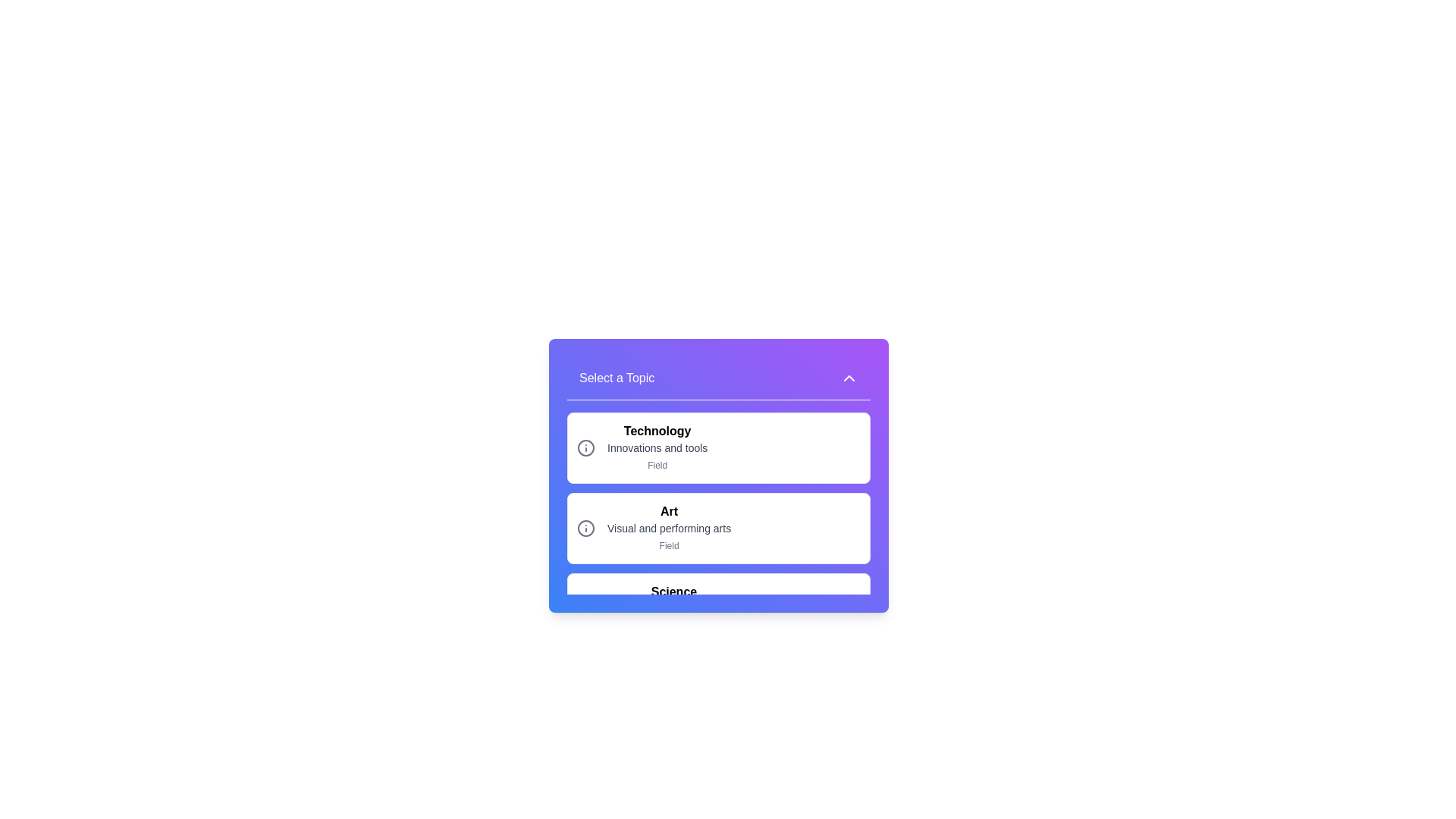  Describe the element at coordinates (585, 528) in the screenshot. I see `the circular icon with a gray stroke featuring an 'i' symbol located to the left of the entry titled 'Art', adjacent to the text 'Visual and performing arts', if it is clickable` at that location.